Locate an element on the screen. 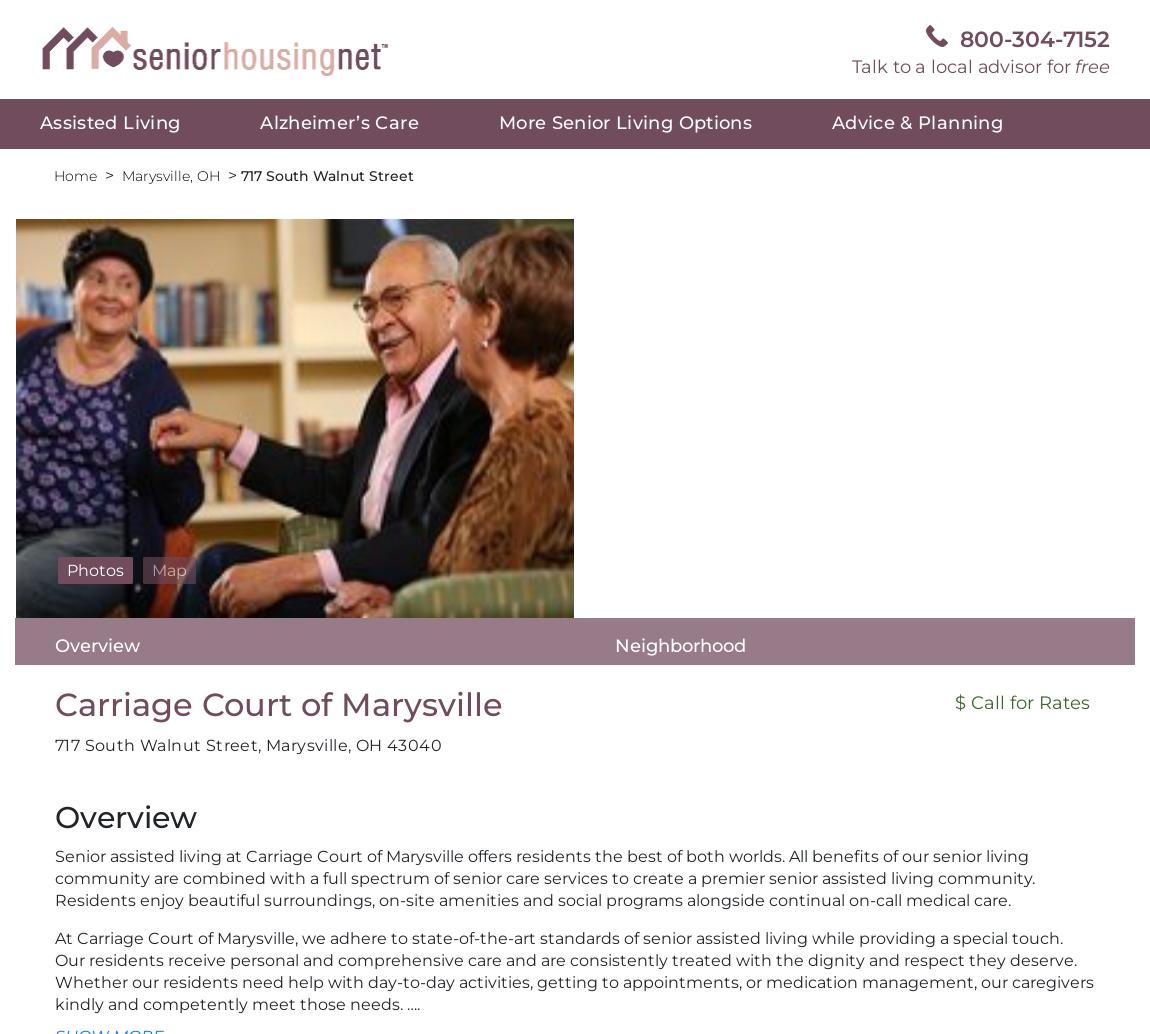 Image resolution: width=1150 pixels, height=1034 pixels. 'Advice & Planning' is located at coordinates (916, 123).